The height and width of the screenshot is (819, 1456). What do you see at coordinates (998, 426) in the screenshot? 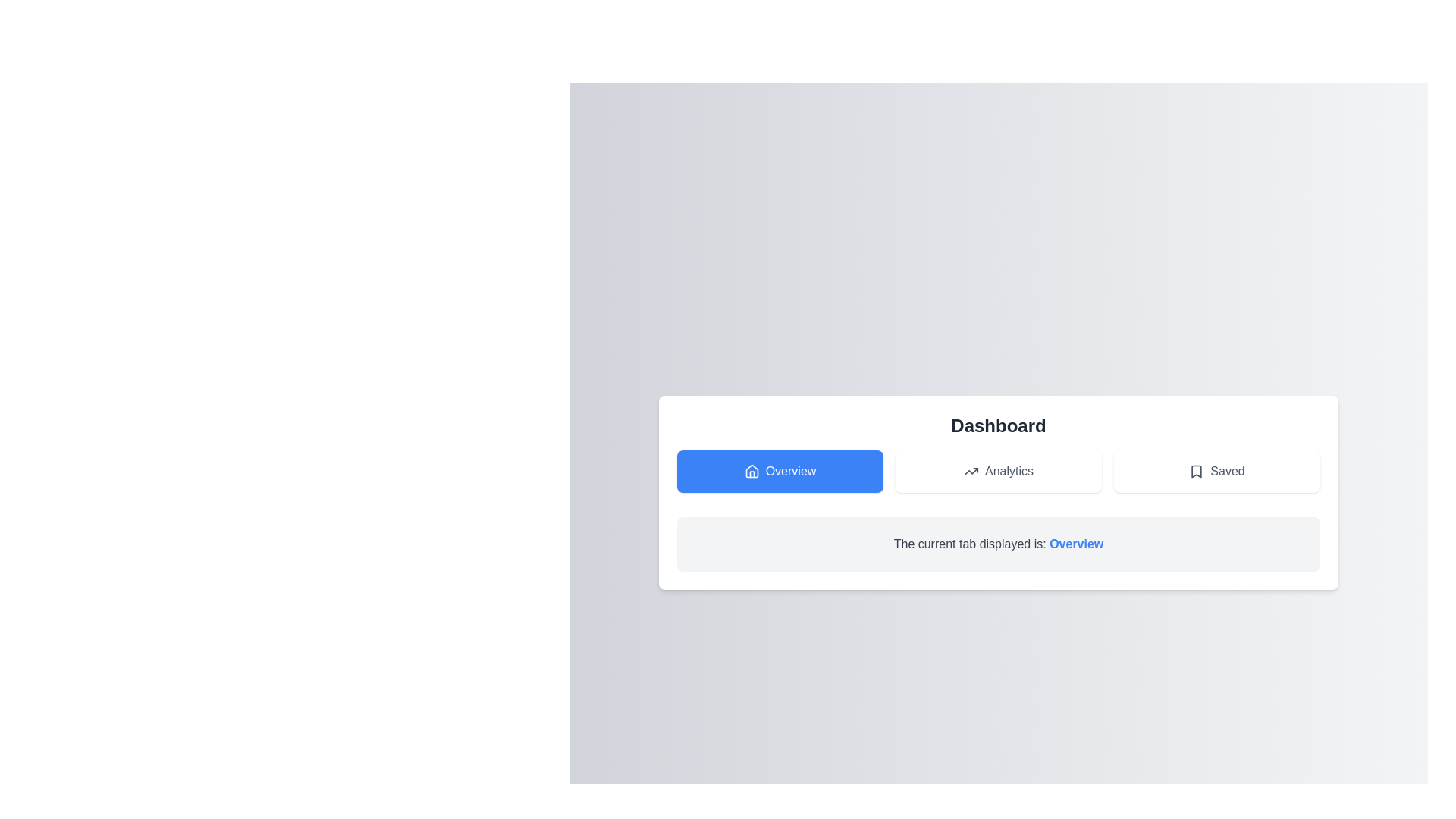
I see `the bold heading labeled 'Dashboard' which is styled in dark gray against a white background` at bounding box center [998, 426].